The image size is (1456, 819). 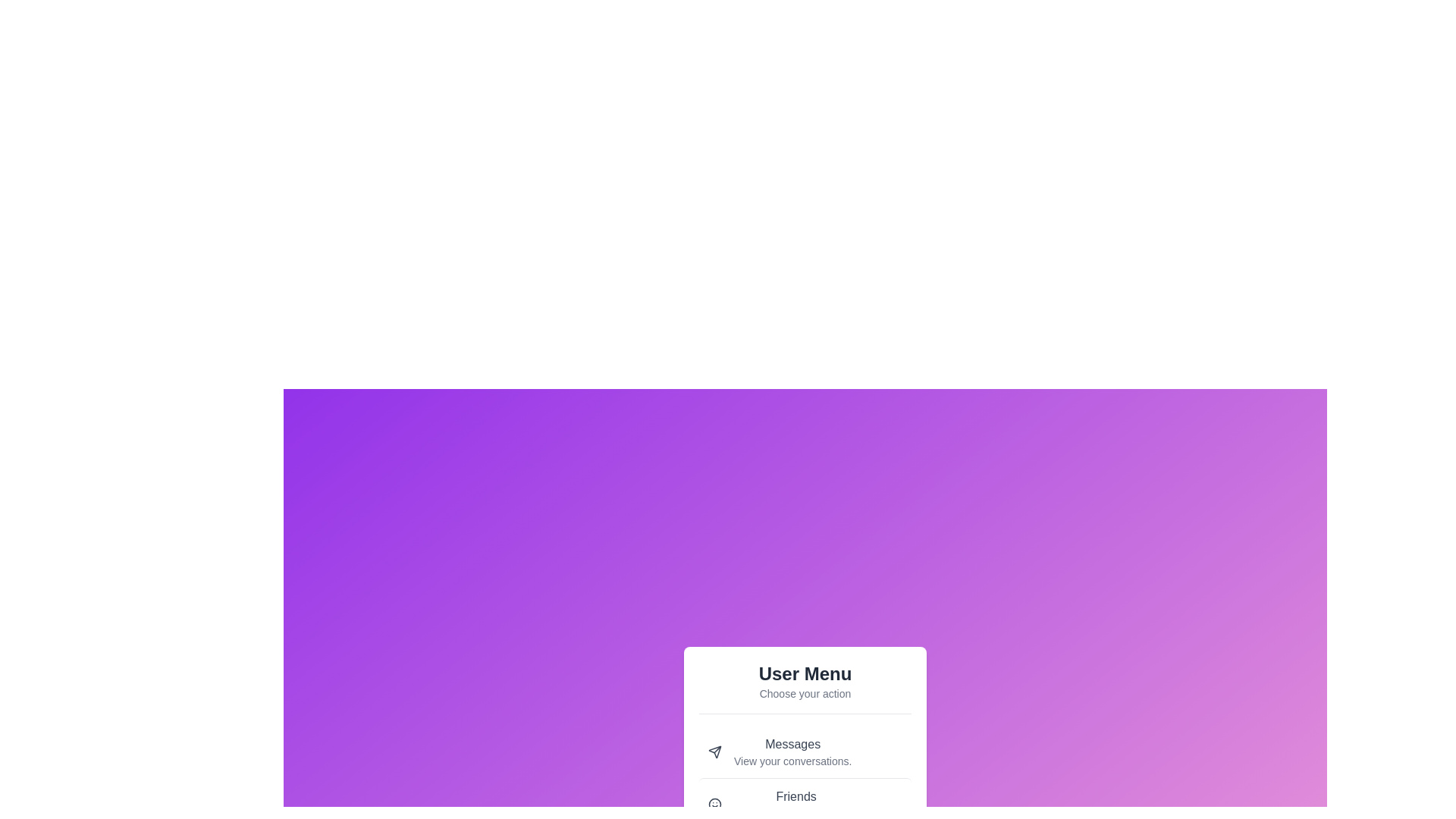 What do you see at coordinates (804, 752) in the screenshot?
I see `the menu item labeled 'Messages' to see its interaction effect` at bounding box center [804, 752].